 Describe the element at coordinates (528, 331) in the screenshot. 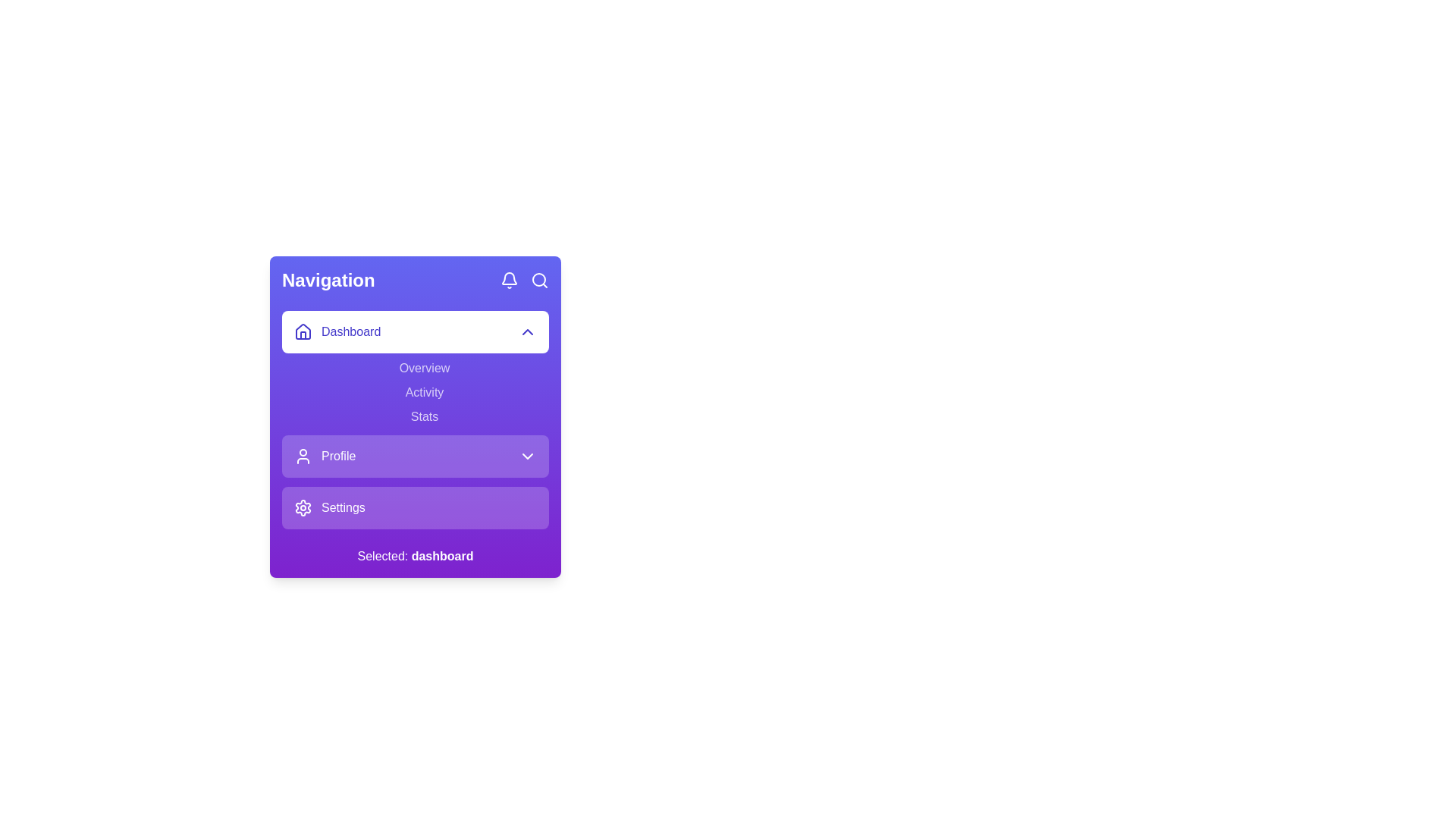

I see `the Chevron-Up Icon located at the top right corner of the 'Dashboard' section` at that location.